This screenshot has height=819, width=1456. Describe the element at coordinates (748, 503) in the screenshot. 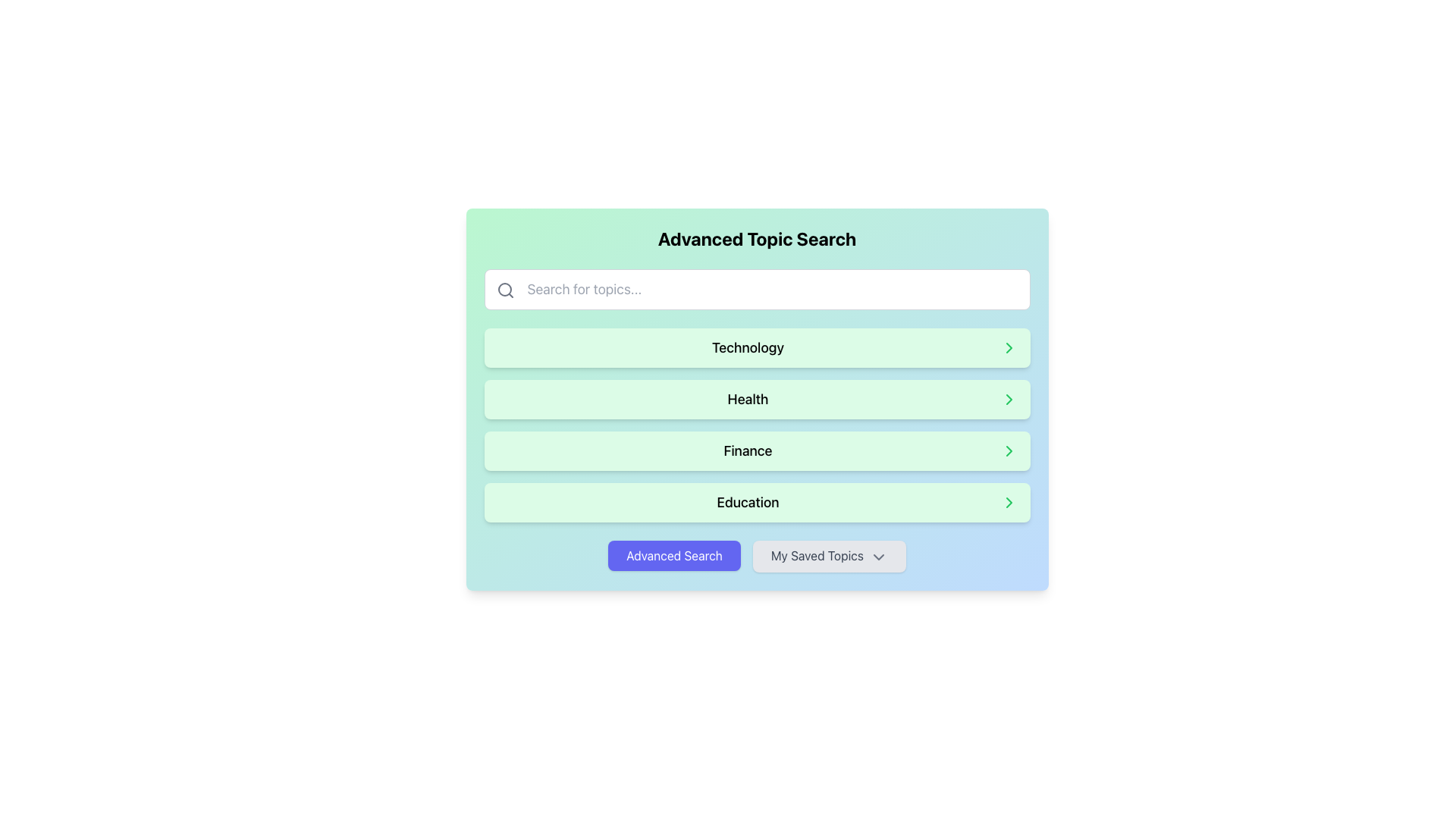

I see `the 'Education' text label, which is styled in a medium-sized, bold, sans-serif font and is part of the 'Advanced Topic Search' options list` at that location.